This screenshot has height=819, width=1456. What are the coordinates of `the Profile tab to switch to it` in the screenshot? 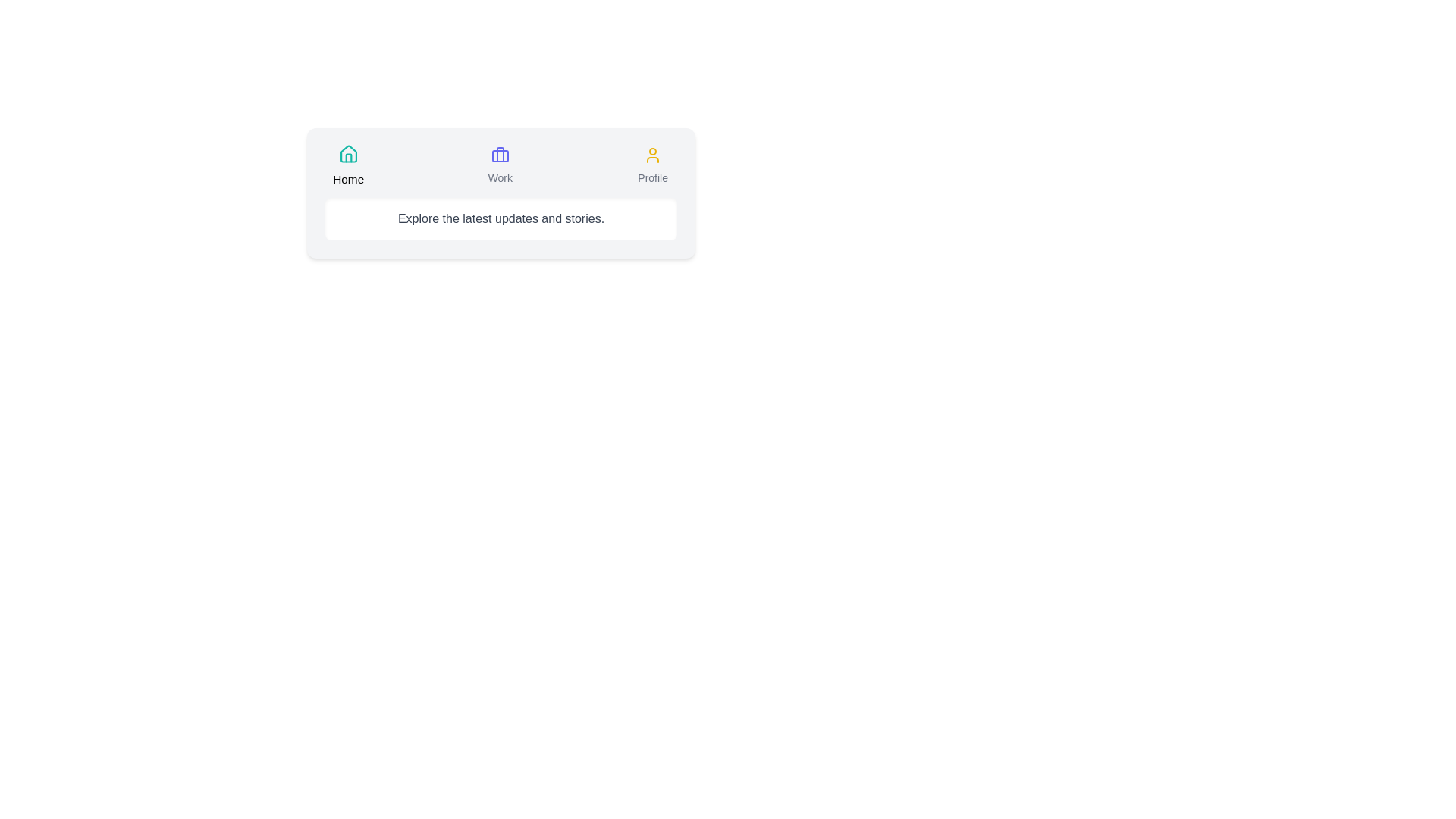 It's located at (652, 166).